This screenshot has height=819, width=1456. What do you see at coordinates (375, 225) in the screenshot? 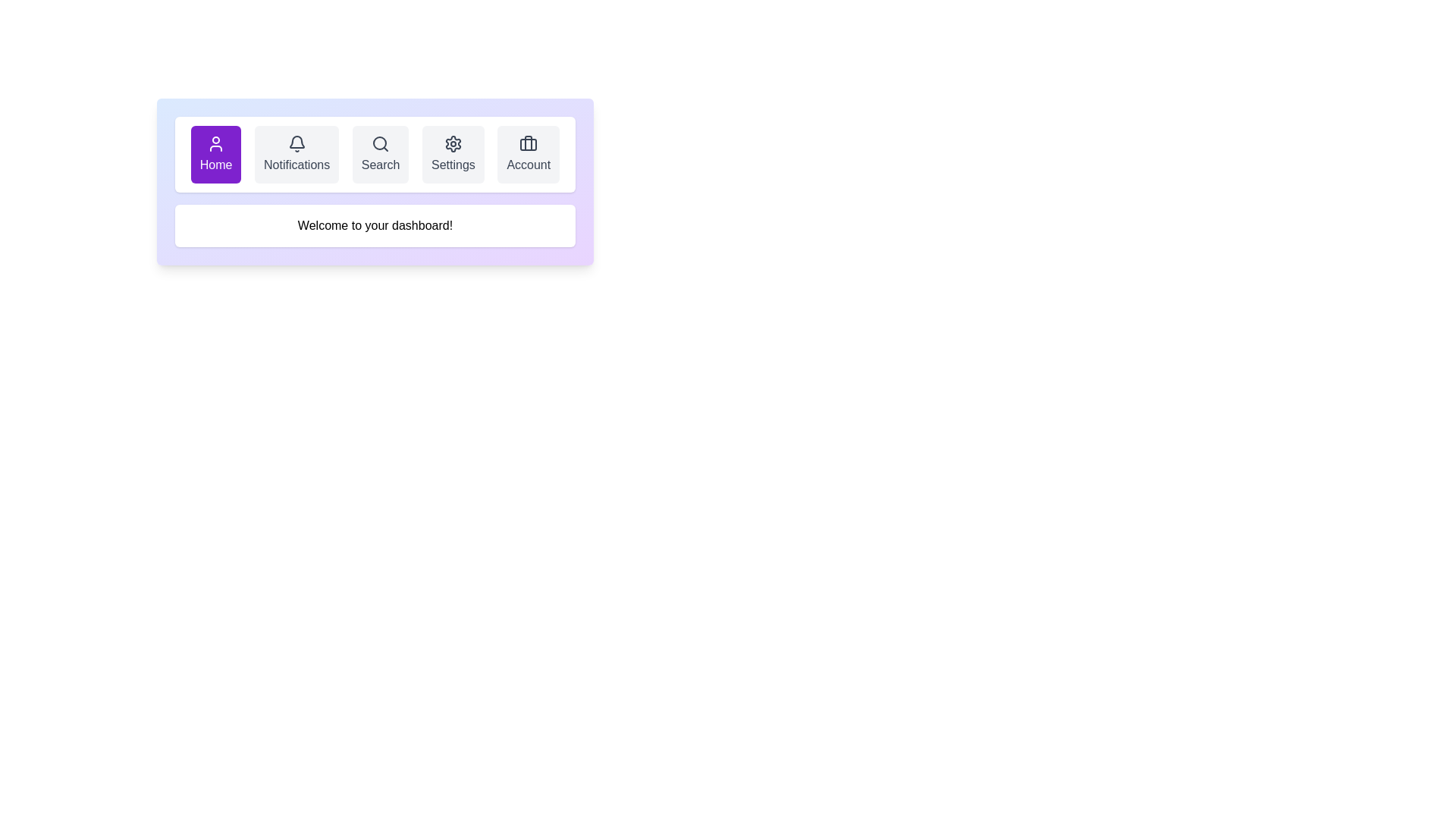
I see `the text display box that contains the text 'Welcome to your dashboard!' which is centered beneath the navigation bar` at bounding box center [375, 225].